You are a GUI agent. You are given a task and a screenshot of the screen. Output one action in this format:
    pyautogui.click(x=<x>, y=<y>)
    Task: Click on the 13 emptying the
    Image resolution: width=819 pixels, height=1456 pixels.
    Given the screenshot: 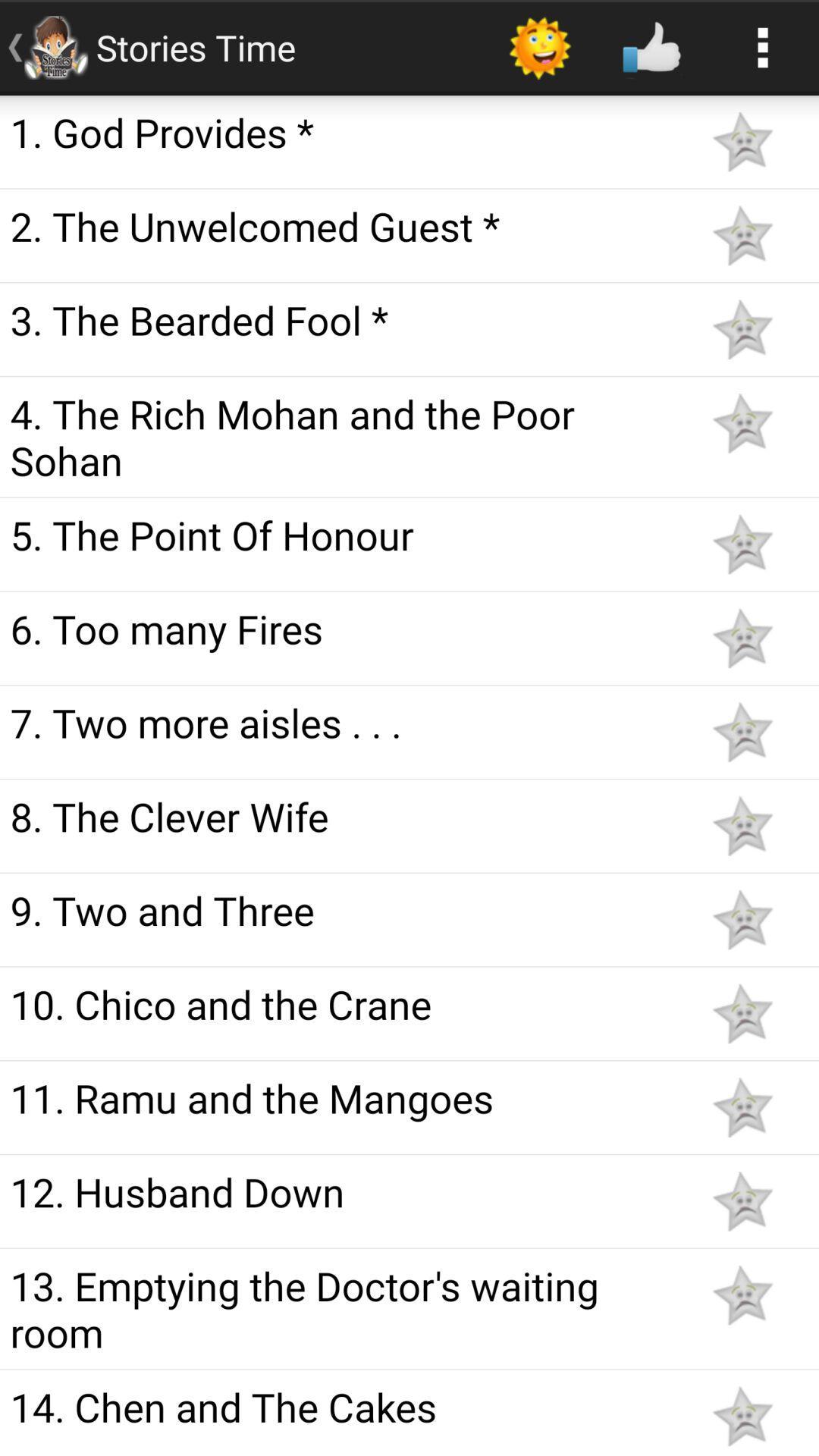 What is the action you would take?
    pyautogui.click(x=343, y=1308)
    